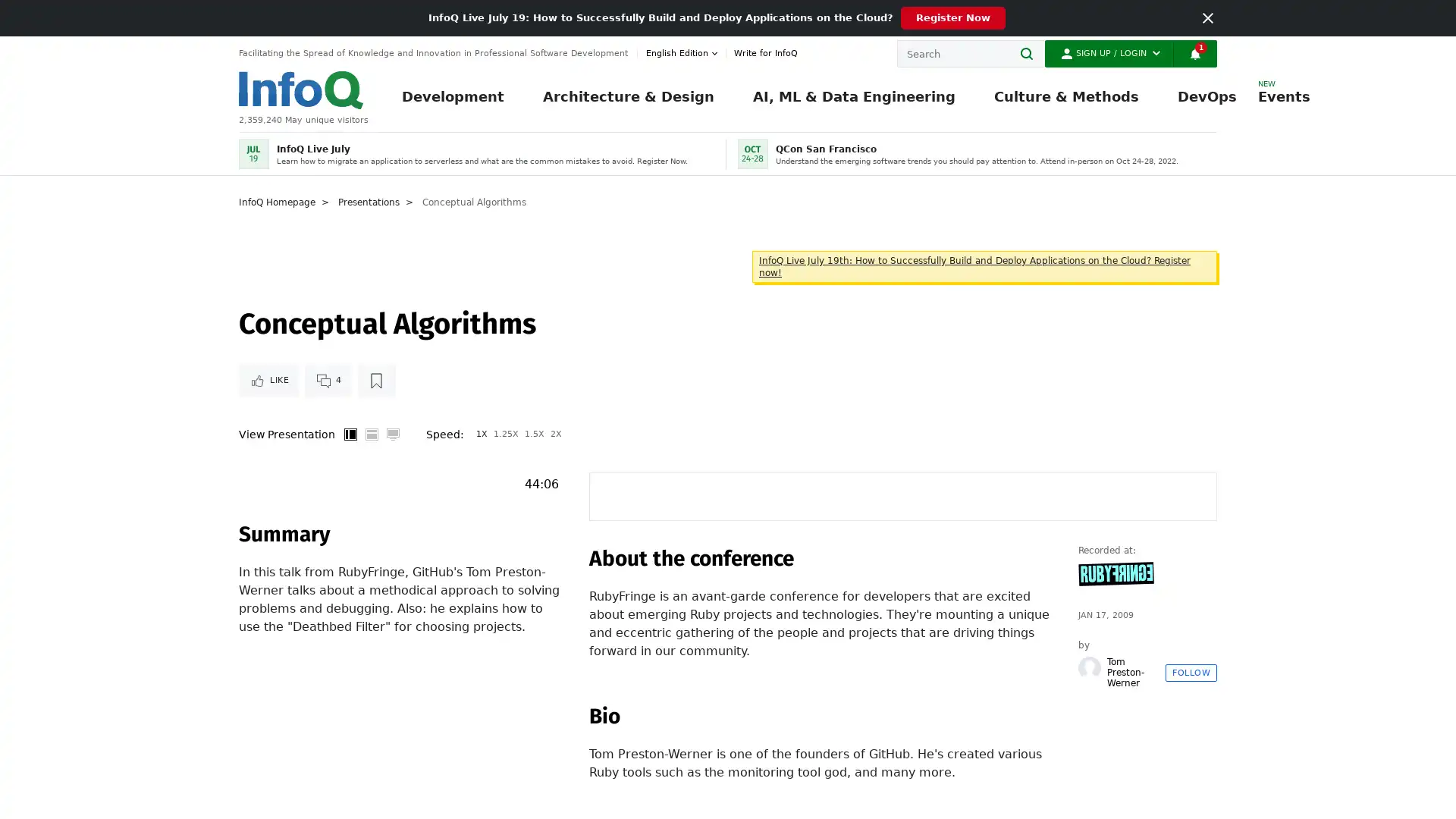 The height and width of the screenshot is (819, 1456). Describe the element at coordinates (1194, 52) in the screenshot. I see `Notifications` at that location.